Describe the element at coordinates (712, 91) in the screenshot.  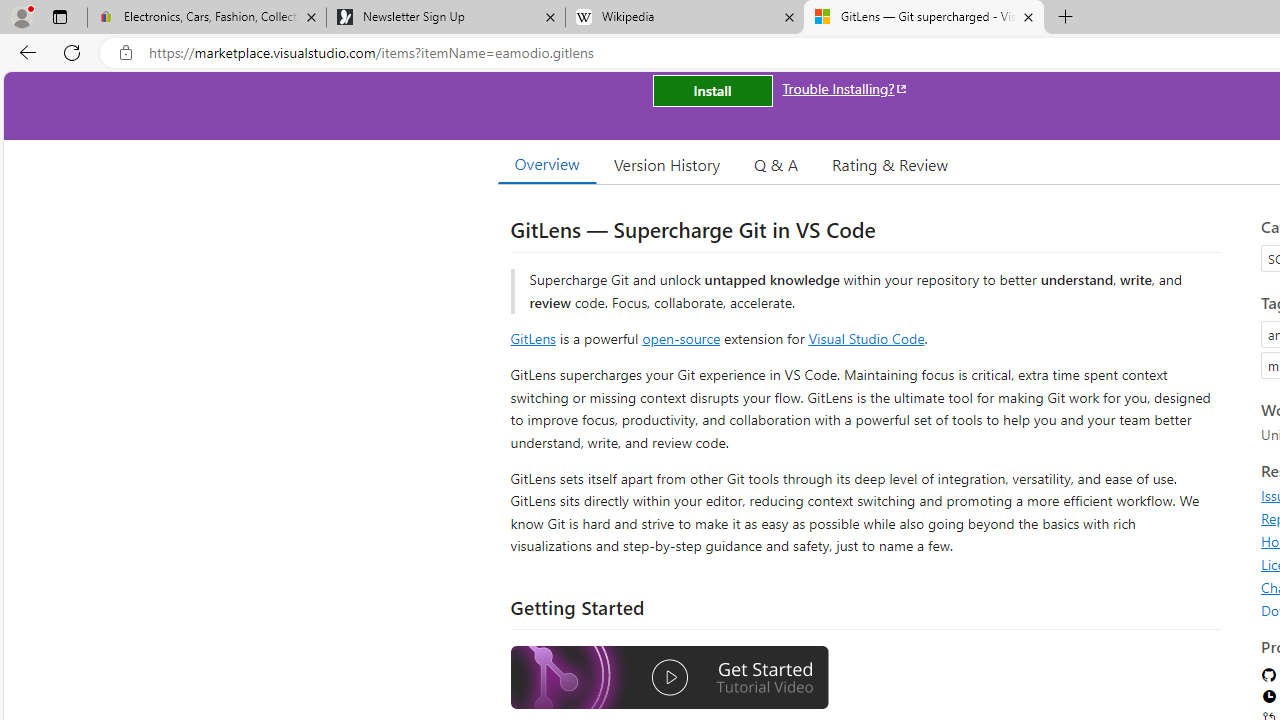
I see `'Install'` at that location.